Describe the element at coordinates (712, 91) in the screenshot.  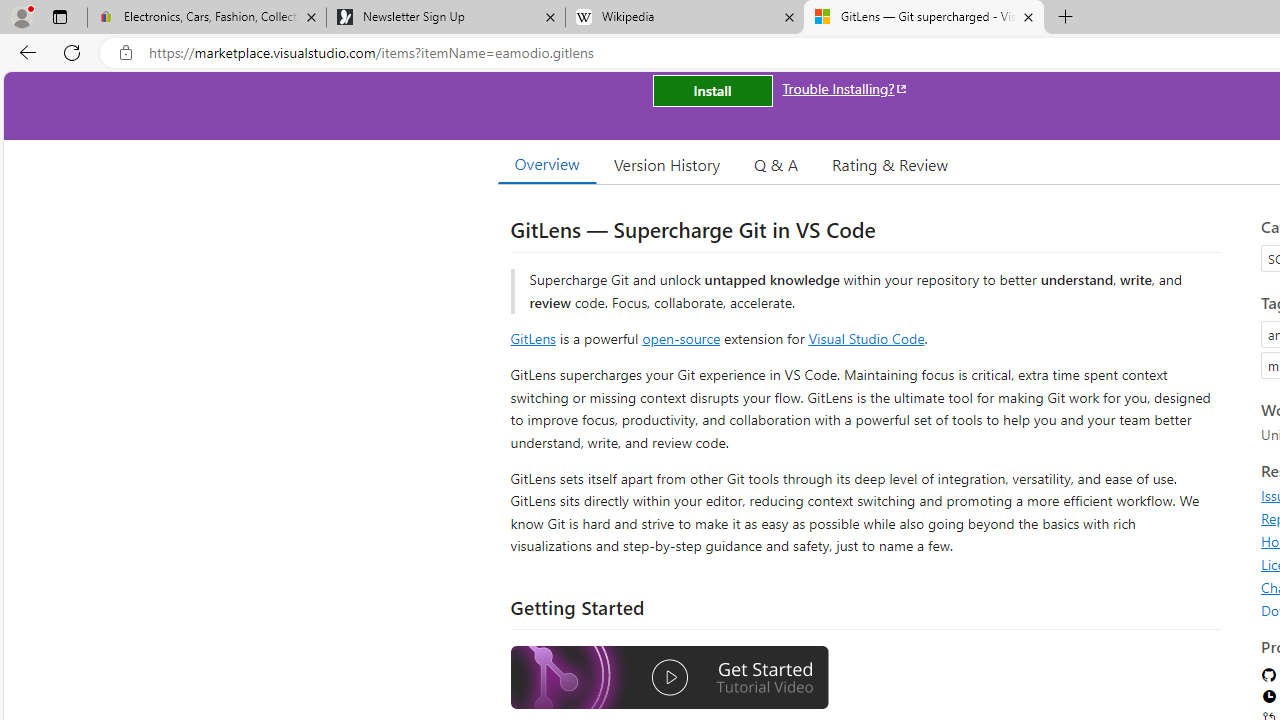
I see `'Install'` at that location.